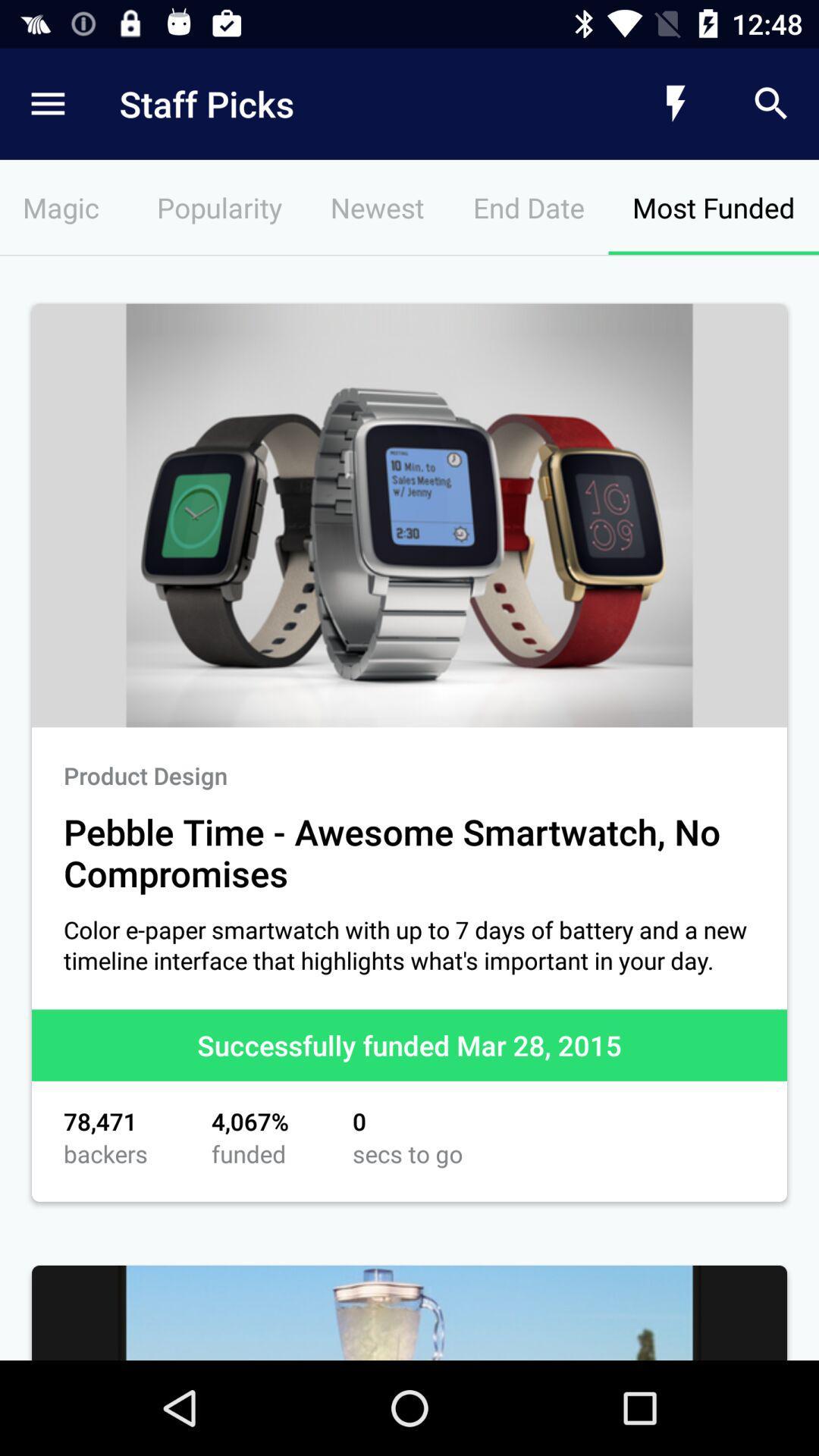 This screenshot has width=819, height=1456. I want to click on icon next to staff picks icon, so click(675, 103).